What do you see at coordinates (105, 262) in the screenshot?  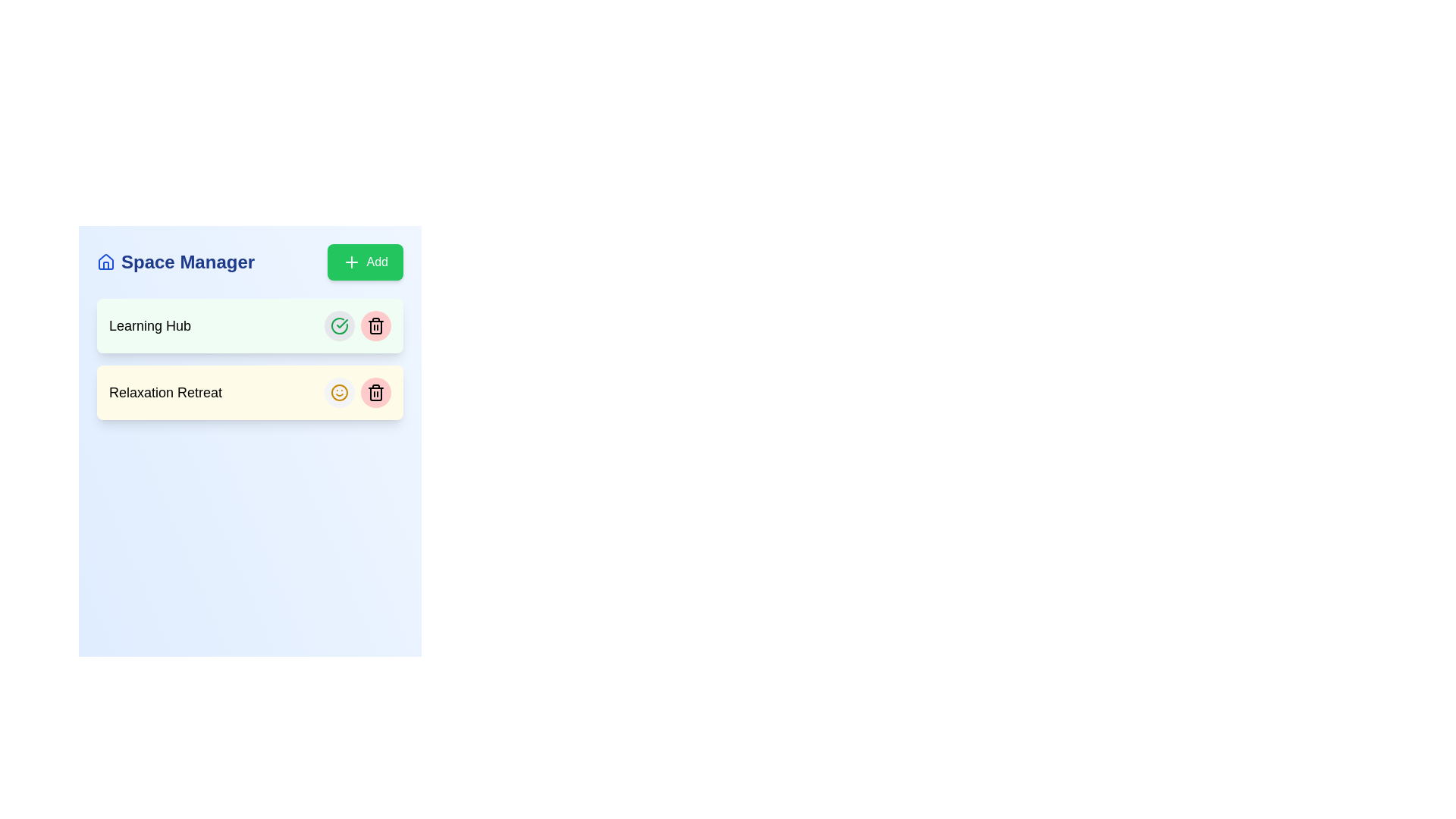 I see `the small house-shaped icon with a blue outline located at the top-left of the 'Space Manager' section's header, adjacent to the 'Space Manager' text` at bounding box center [105, 262].